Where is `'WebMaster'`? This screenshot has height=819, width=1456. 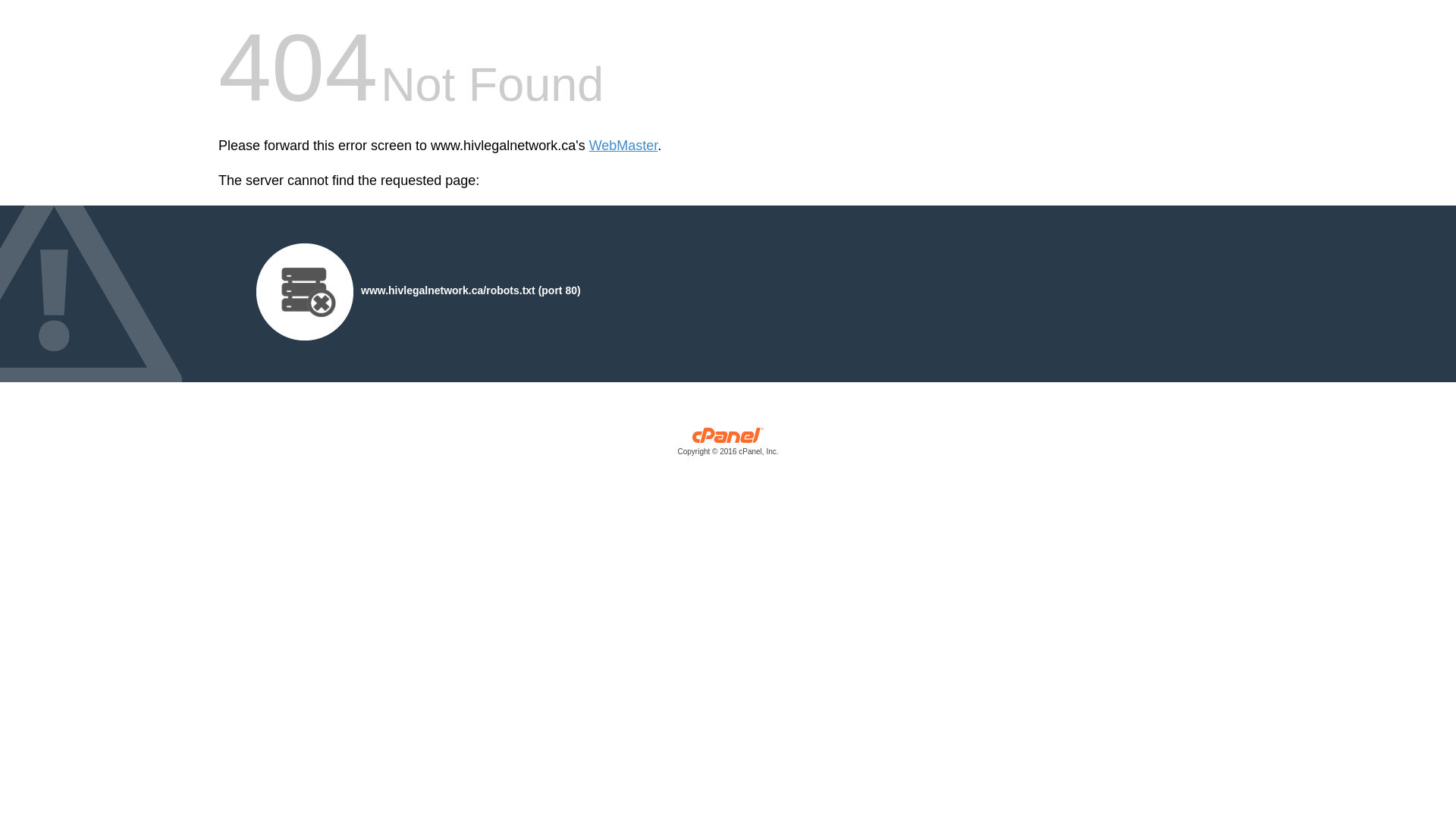
'WebMaster' is located at coordinates (588, 146).